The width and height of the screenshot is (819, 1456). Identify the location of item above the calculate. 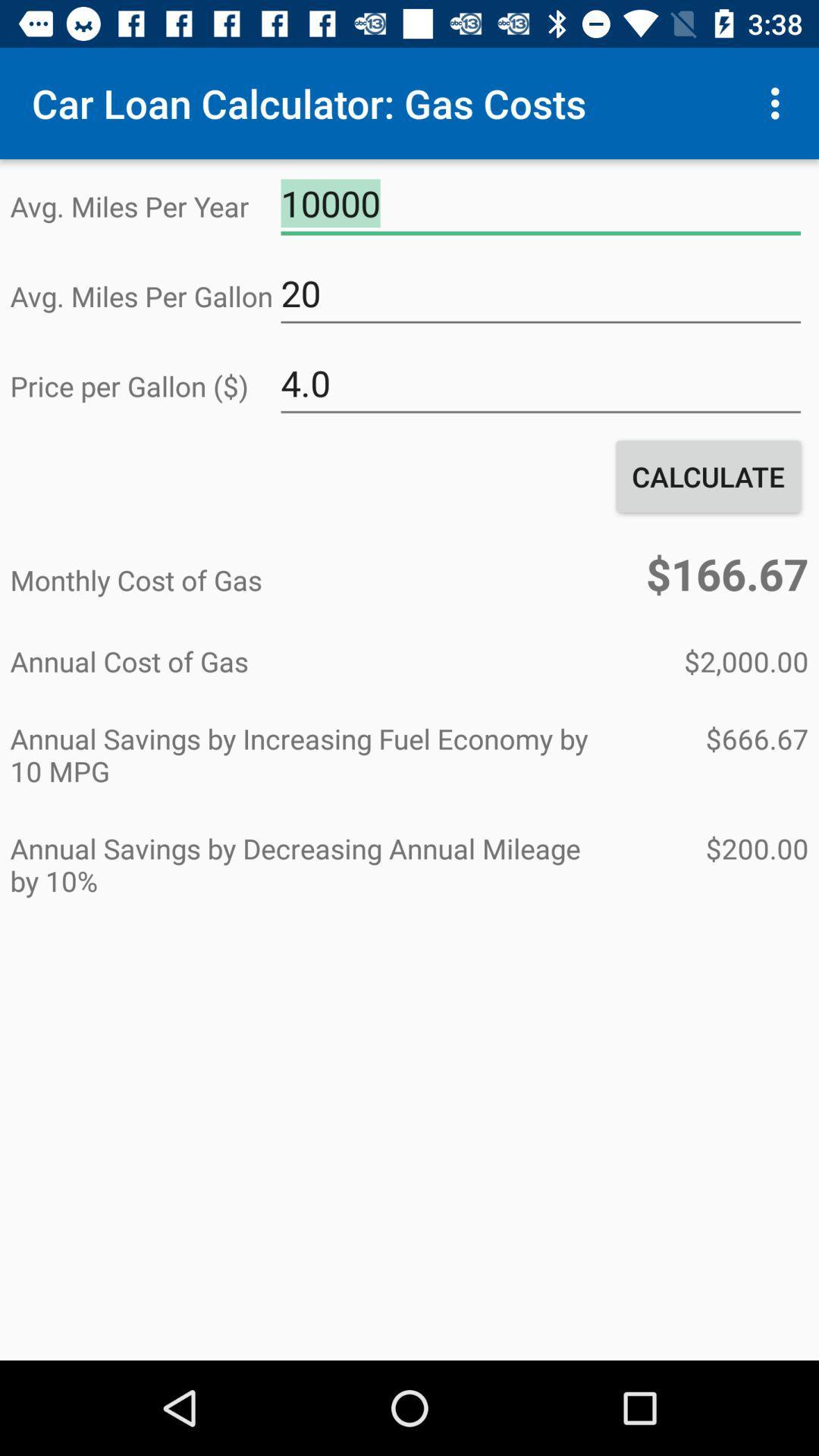
(540, 384).